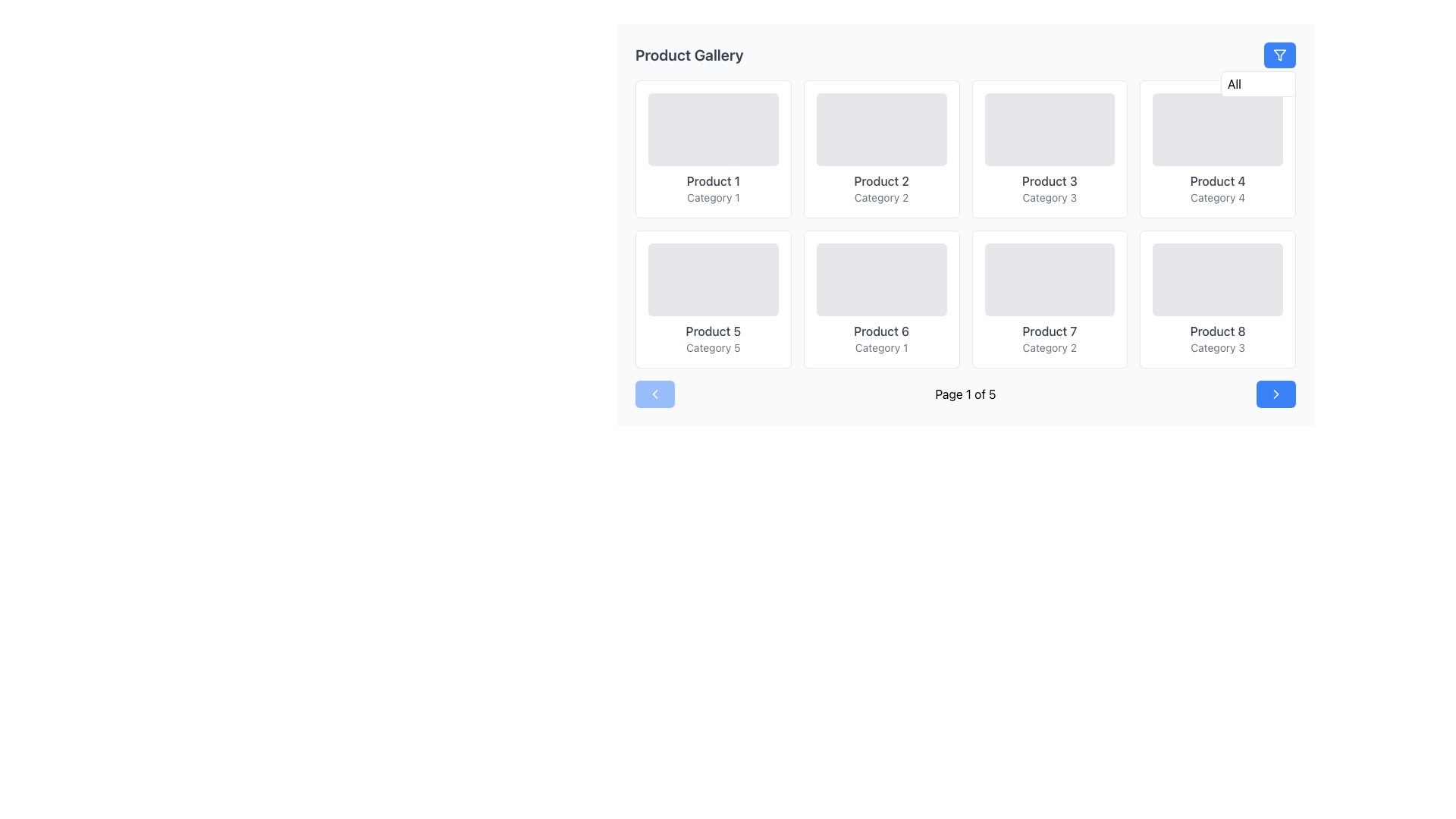 This screenshot has width=1456, height=819. What do you see at coordinates (1218, 280) in the screenshot?
I see `the placeholder element for 'Product 8' in the product card located in the bottom-right corner of the product gallery interface` at bounding box center [1218, 280].